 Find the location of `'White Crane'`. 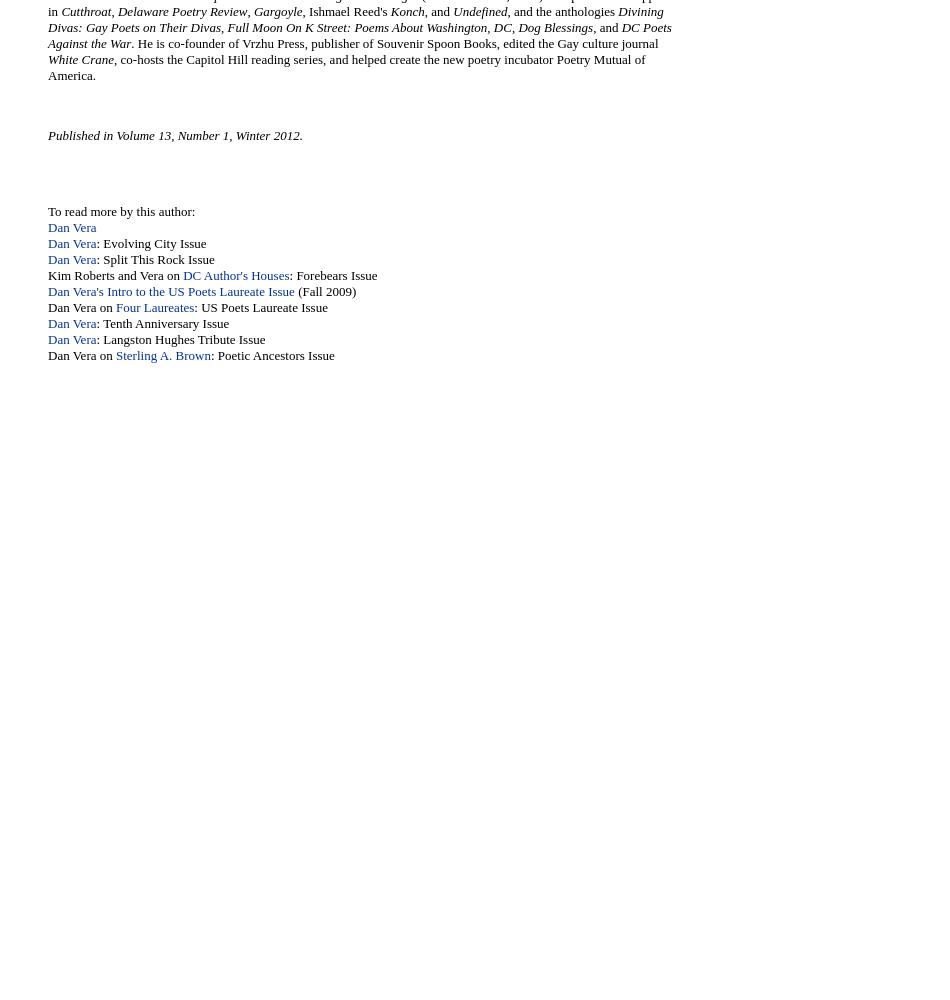

'White Crane' is located at coordinates (81, 59).